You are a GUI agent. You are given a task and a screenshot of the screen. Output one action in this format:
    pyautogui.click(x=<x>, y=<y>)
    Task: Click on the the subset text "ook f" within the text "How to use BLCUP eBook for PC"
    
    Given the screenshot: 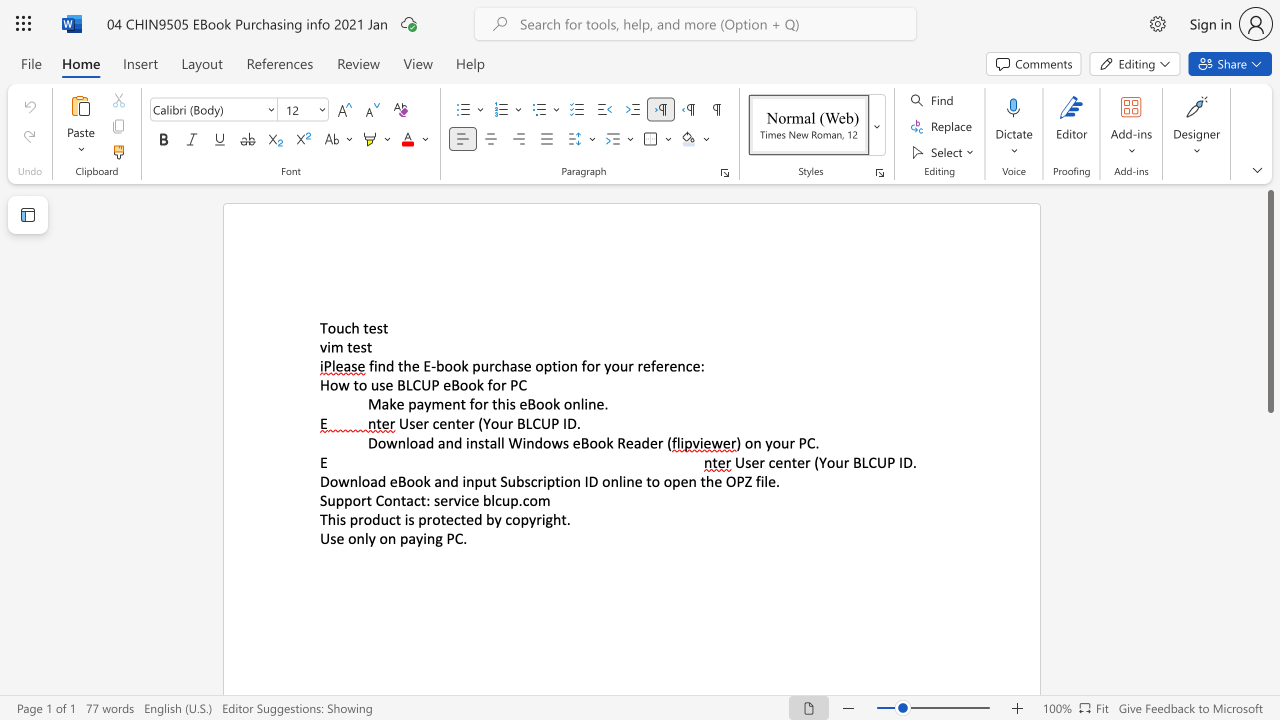 What is the action you would take?
    pyautogui.click(x=458, y=385)
    